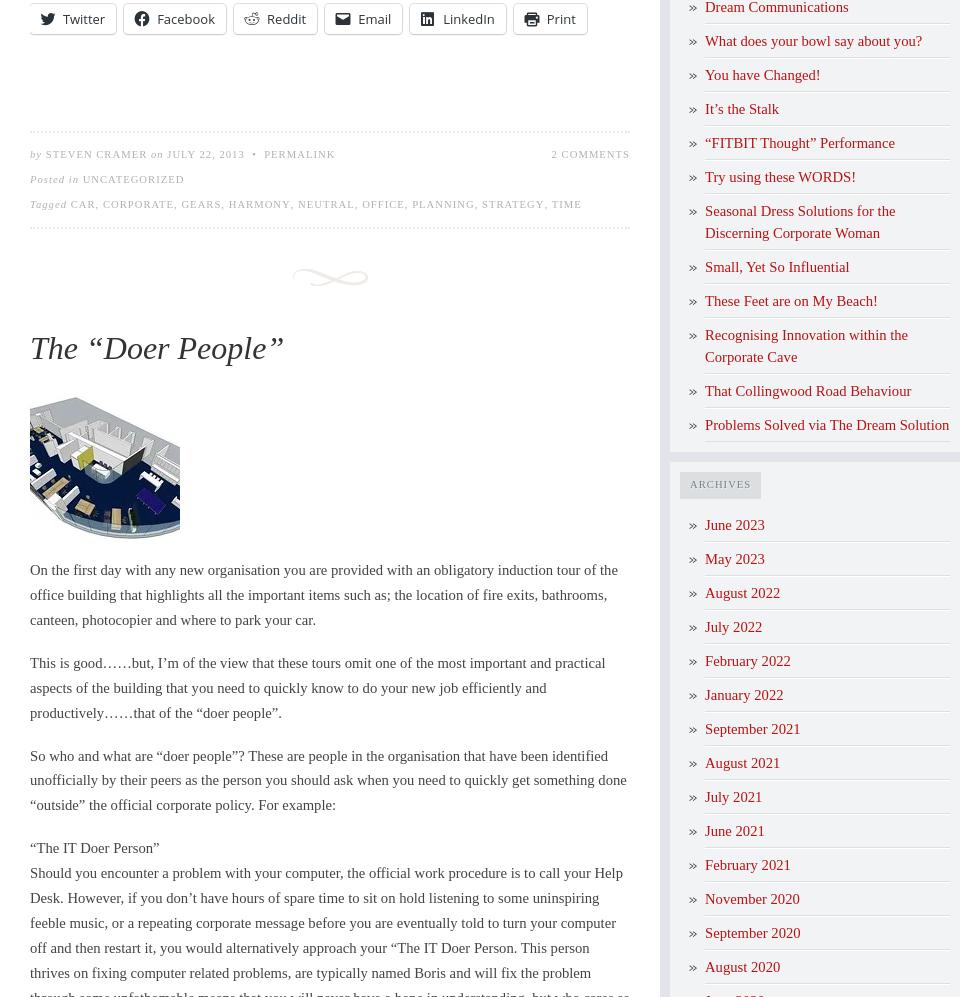  What do you see at coordinates (799, 221) in the screenshot?
I see `'Seasonal Dress Solutions for the Discerning Corporate Woman'` at bounding box center [799, 221].